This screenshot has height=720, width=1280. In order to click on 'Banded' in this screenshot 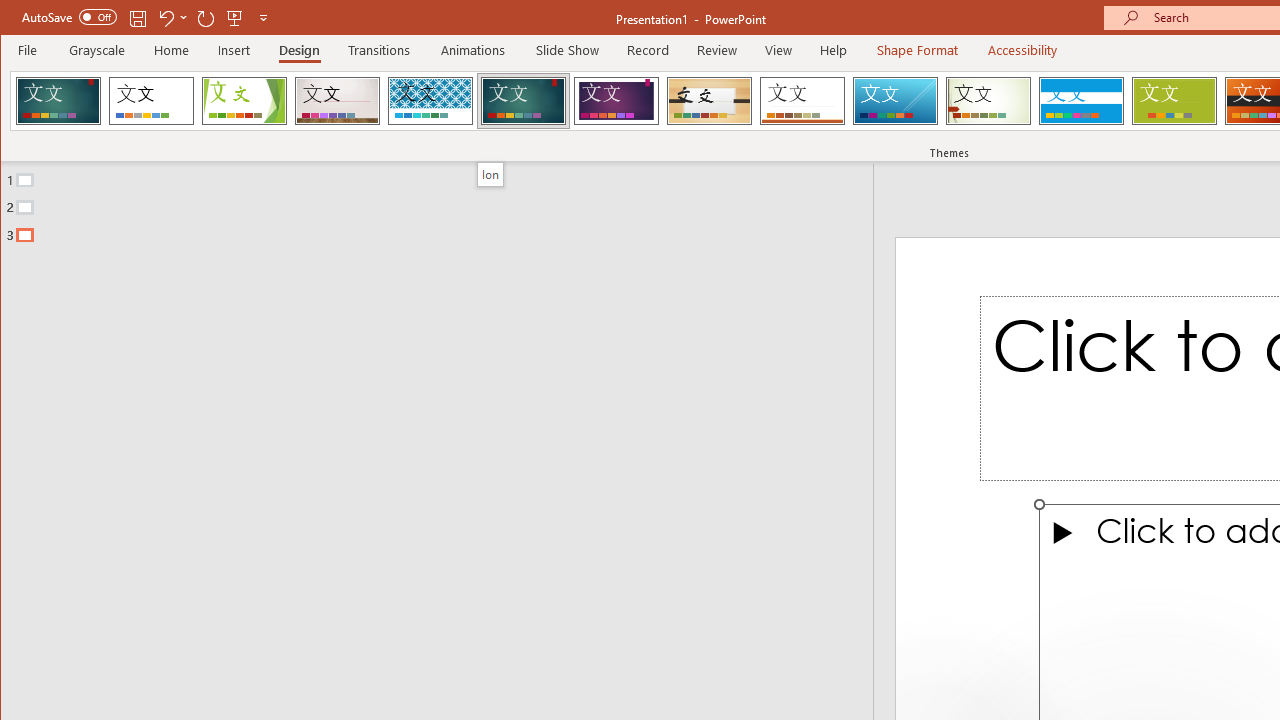, I will do `click(1080, 100)`.